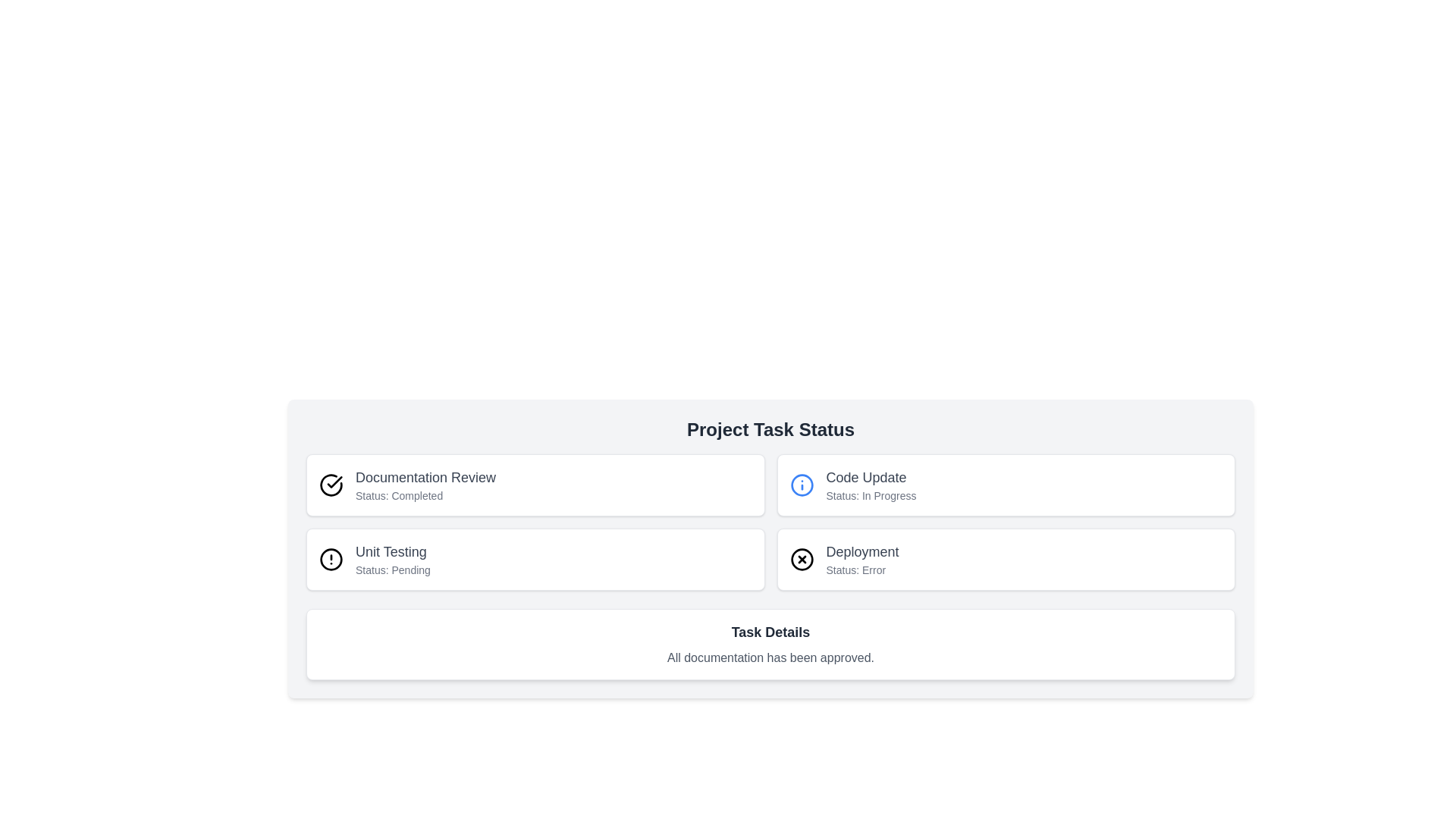 Image resolution: width=1456 pixels, height=819 pixels. Describe the element at coordinates (770, 430) in the screenshot. I see `the bold header text label reading 'Project Task Status' which is prominently positioned above the task status grid` at that location.